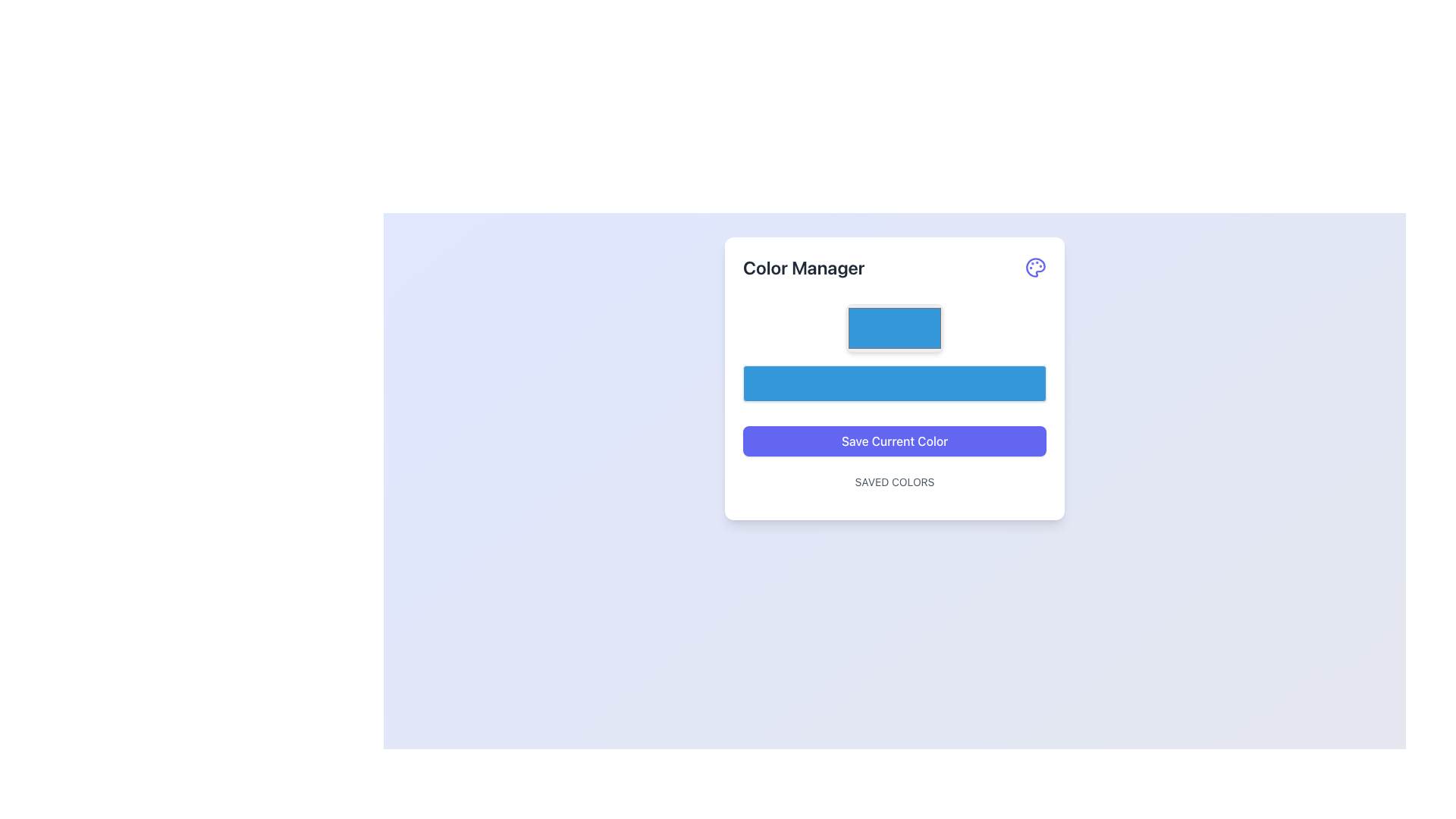 Image resolution: width=1456 pixels, height=819 pixels. I want to click on the Text Label indicating the section of saved colors in the 'Color Manager' interface, positioned below the 'Save Current Color' button, so click(895, 482).